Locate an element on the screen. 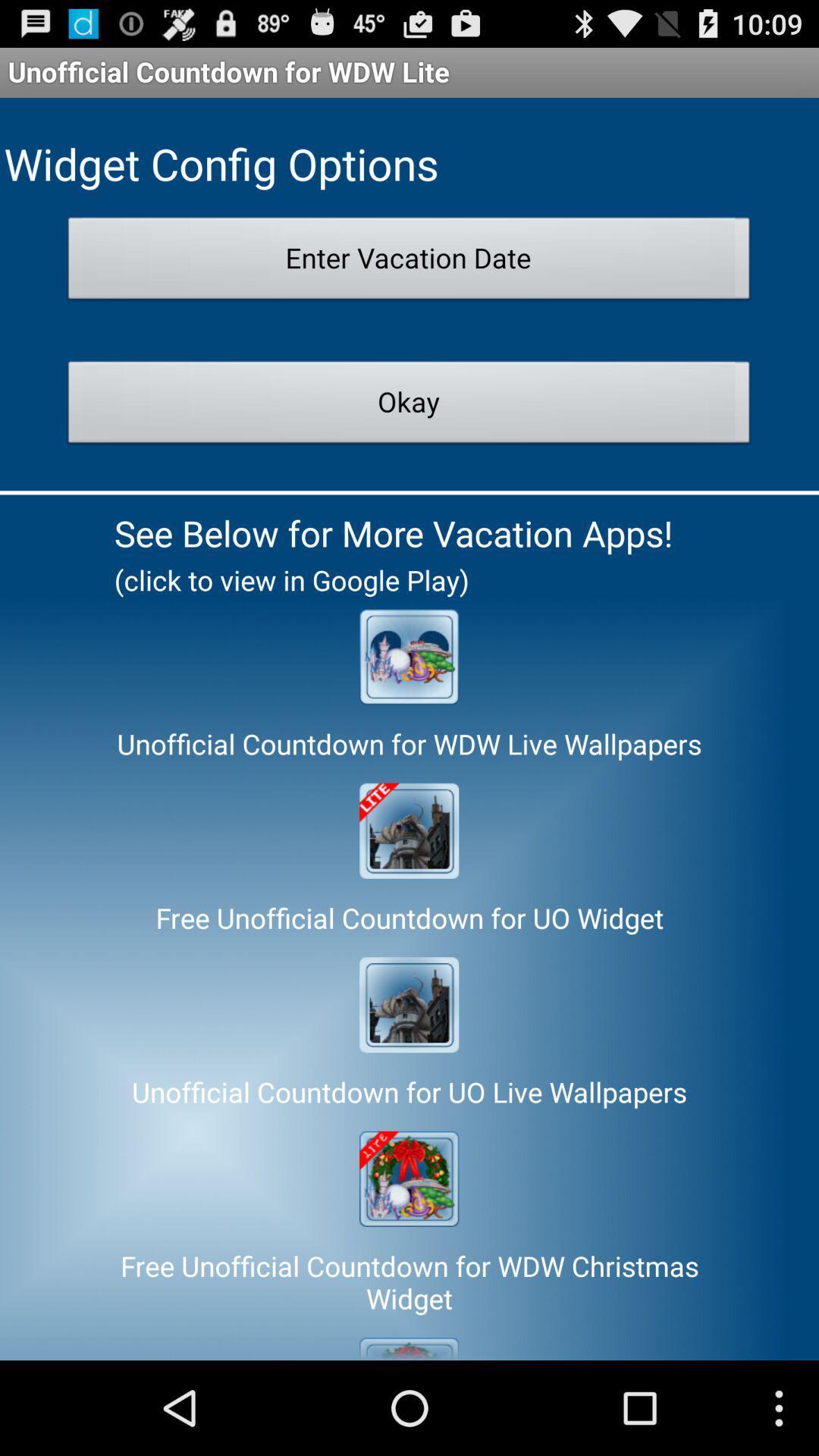  the button above the okay icon is located at coordinates (408, 262).